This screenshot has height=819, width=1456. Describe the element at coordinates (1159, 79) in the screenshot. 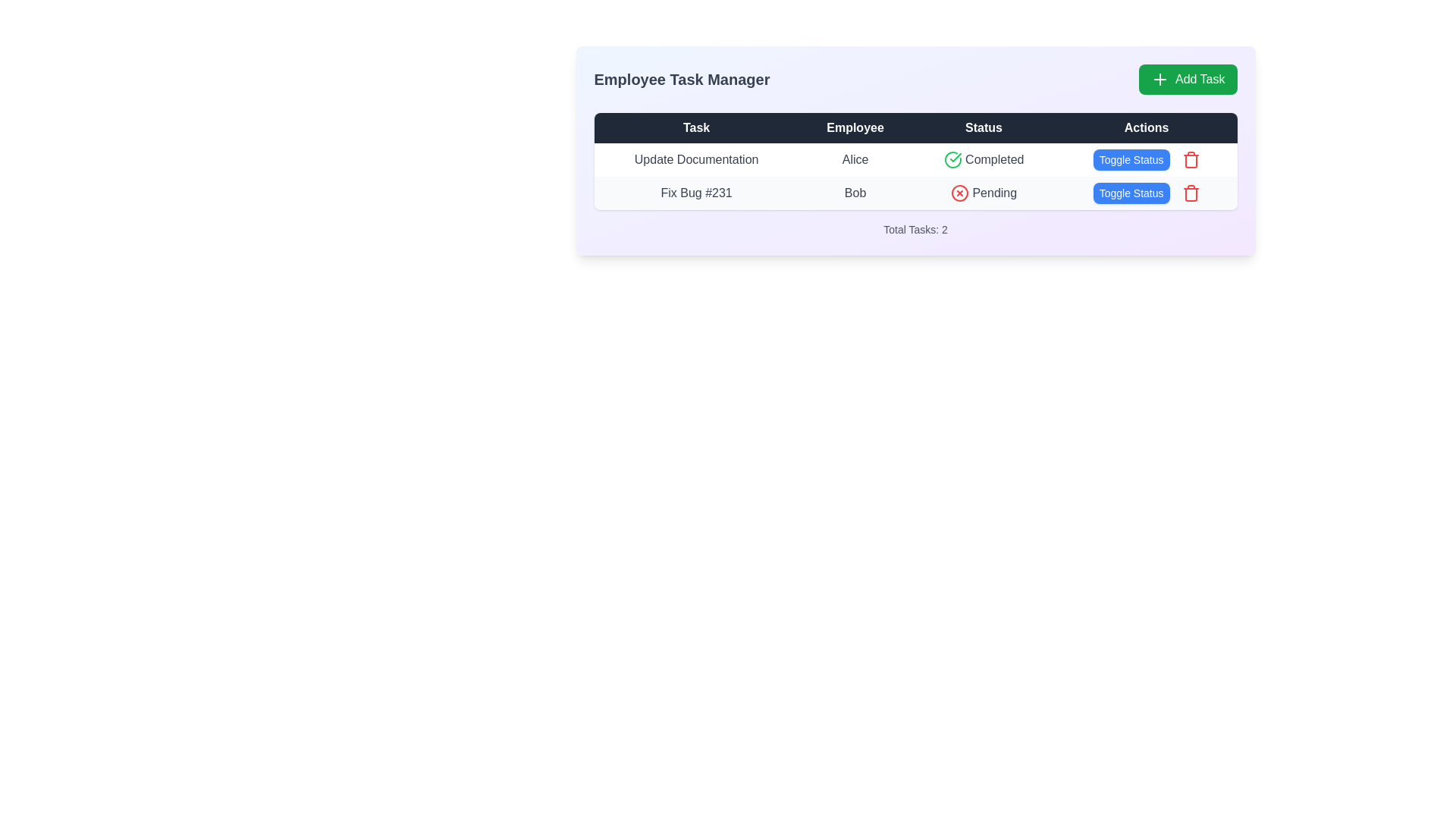

I see `the plus icon located in the top-right section of the 'Add Task' button` at that location.